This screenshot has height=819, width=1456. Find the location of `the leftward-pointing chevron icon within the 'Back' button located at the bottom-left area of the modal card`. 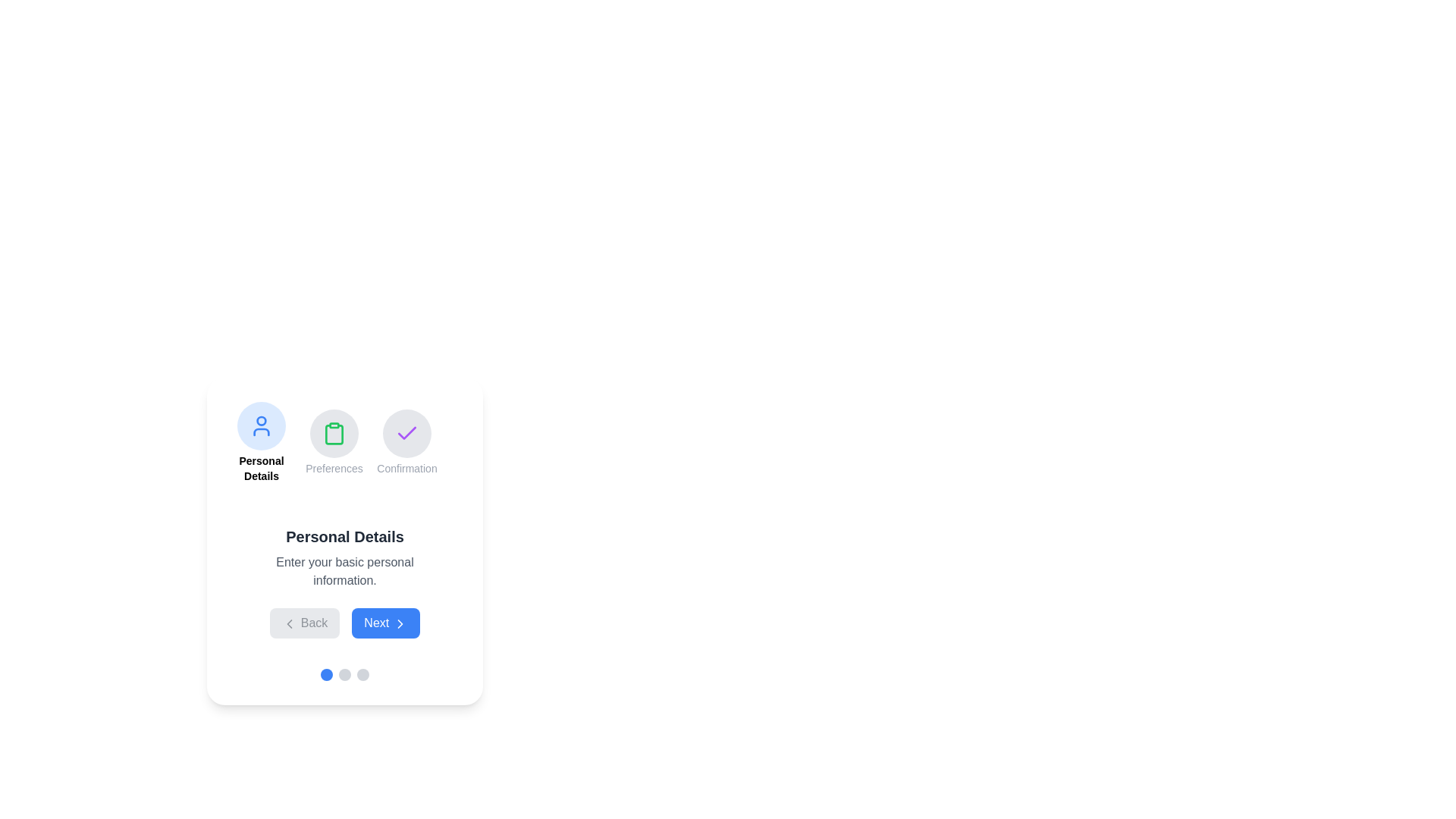

the leftward-pointing chevron icon within the 'Back' button located at the bottom-left area of the modal card is located at coordinates (290, 623).